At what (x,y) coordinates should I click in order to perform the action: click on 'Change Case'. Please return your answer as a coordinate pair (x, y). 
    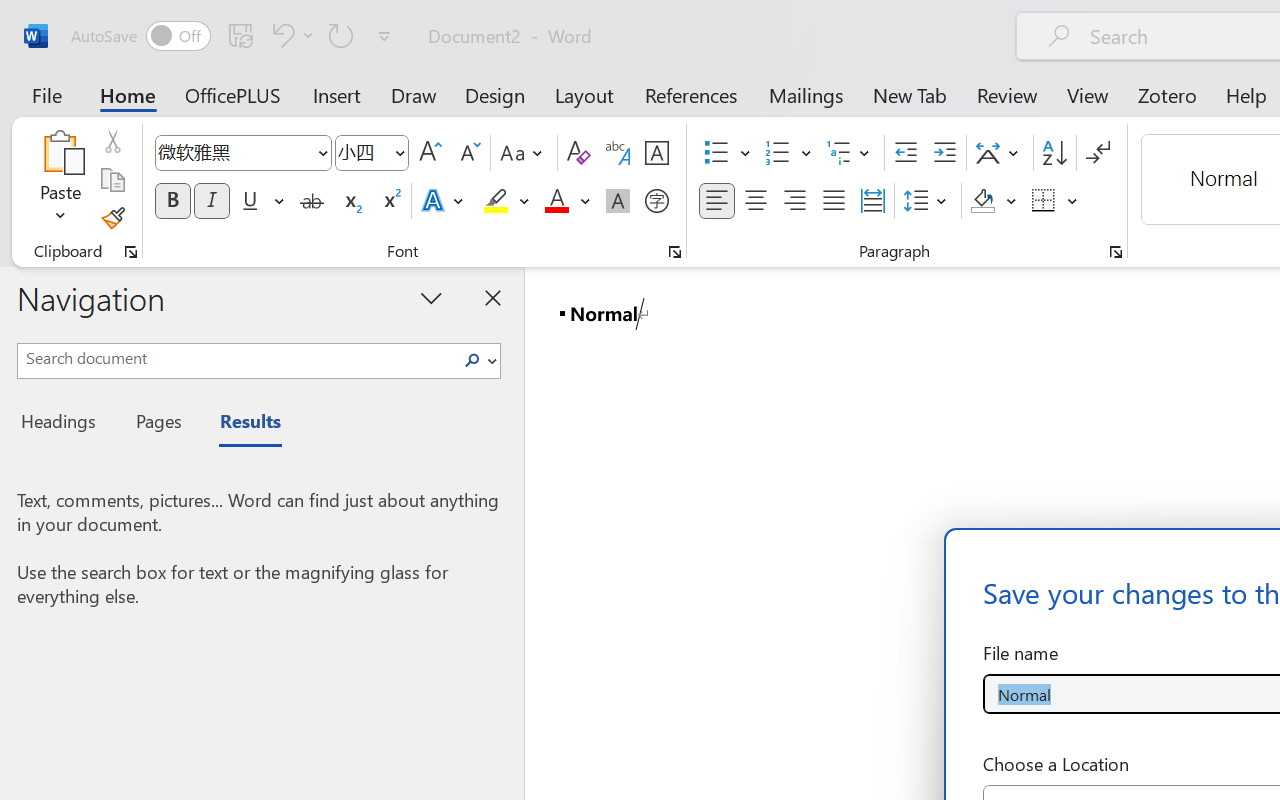
    Looking at the image, I should click on (524, 153).